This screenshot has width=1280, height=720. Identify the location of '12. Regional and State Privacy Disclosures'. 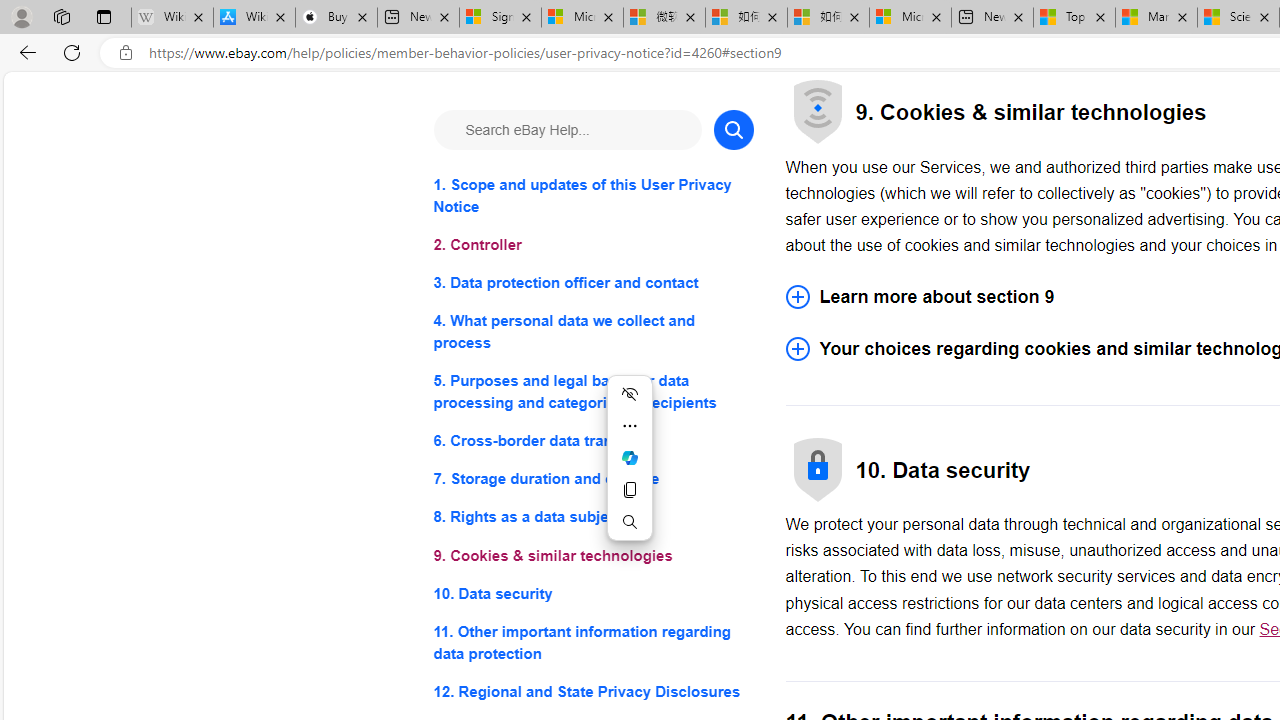
(592, 690).